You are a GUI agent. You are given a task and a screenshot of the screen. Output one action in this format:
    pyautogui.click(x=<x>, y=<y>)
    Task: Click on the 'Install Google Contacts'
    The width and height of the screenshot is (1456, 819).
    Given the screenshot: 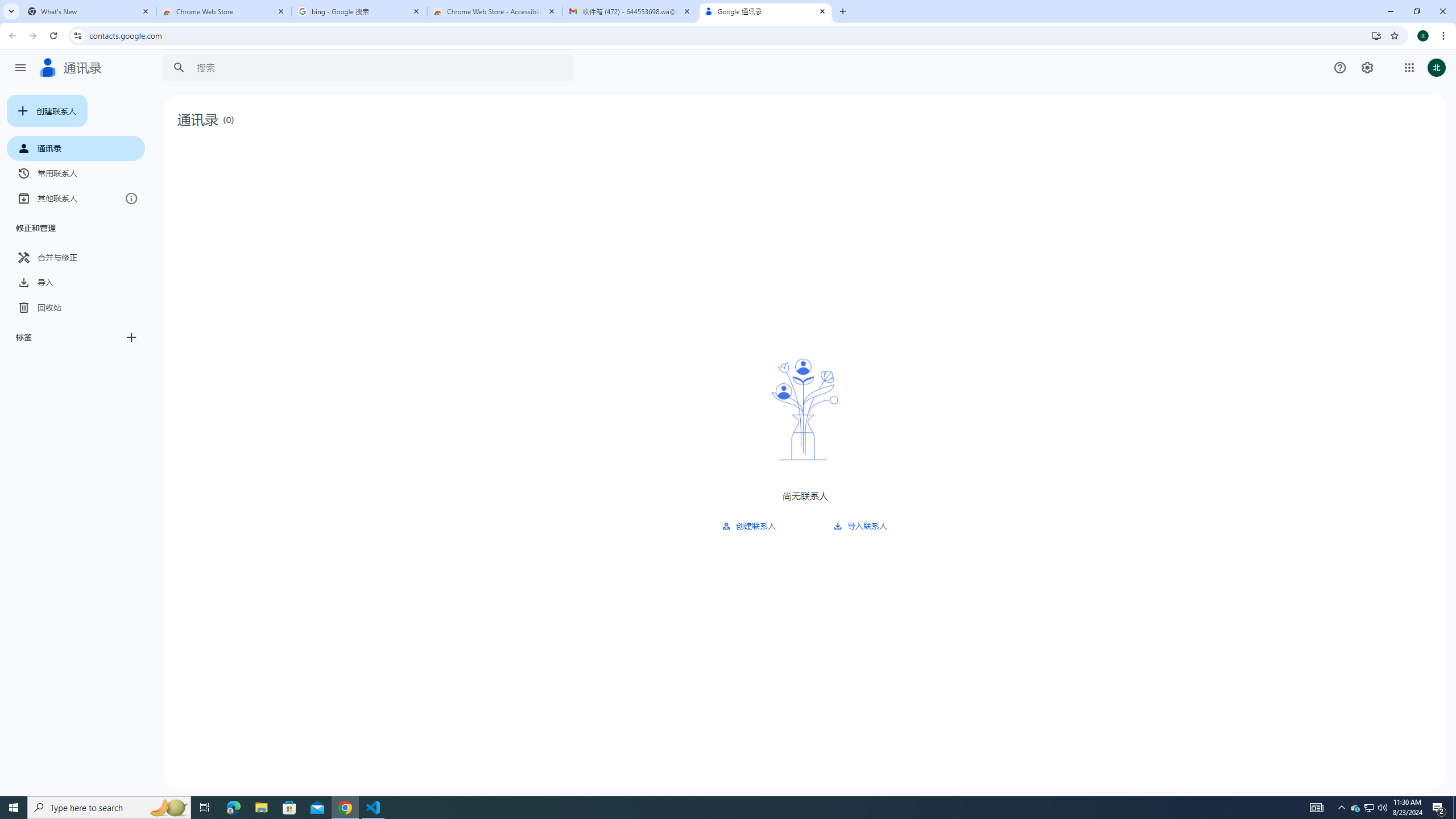 What is the action you would take?
    pyautogui.click(x=1376, y=35)
    